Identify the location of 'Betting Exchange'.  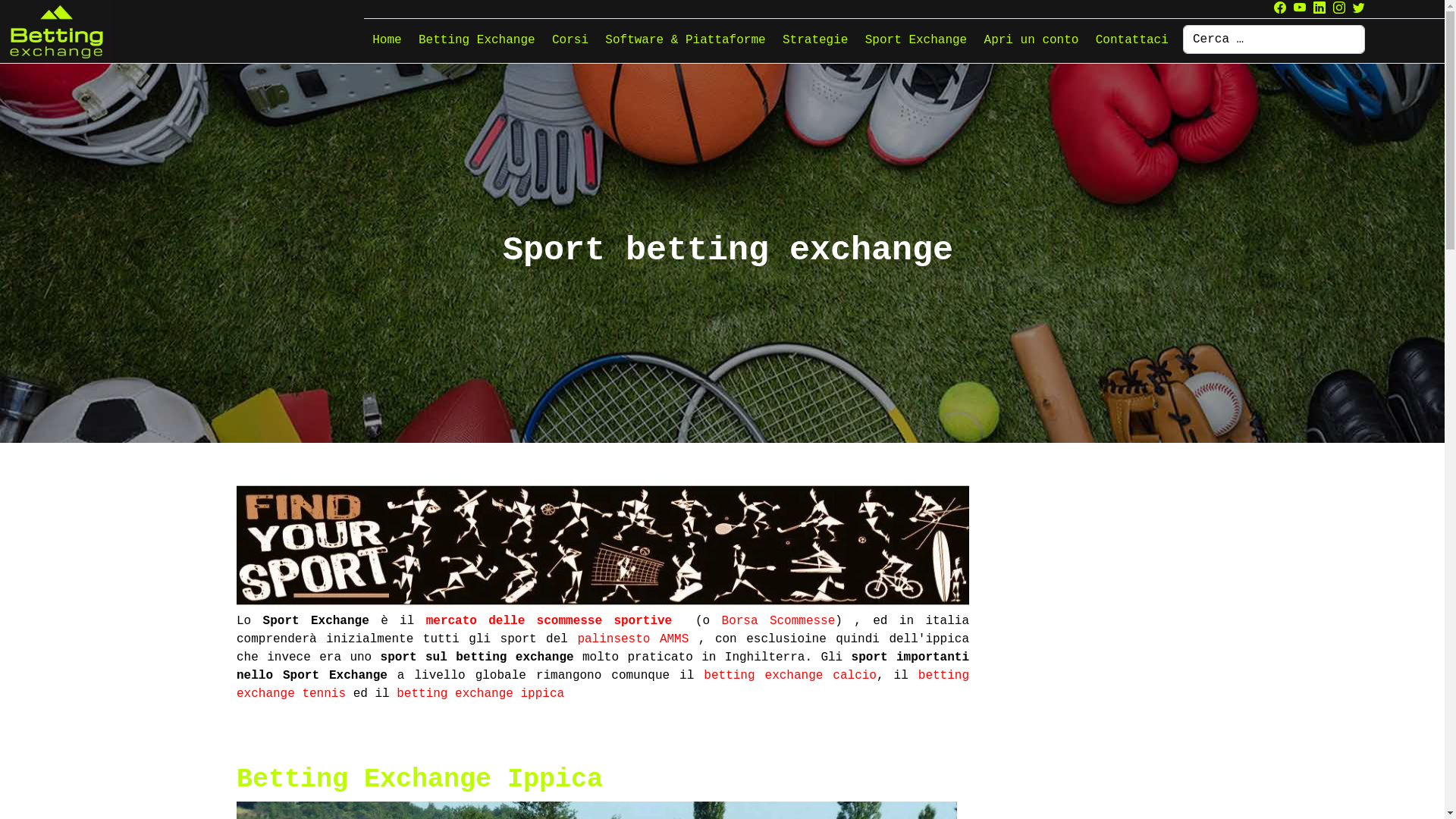
(475, 39).